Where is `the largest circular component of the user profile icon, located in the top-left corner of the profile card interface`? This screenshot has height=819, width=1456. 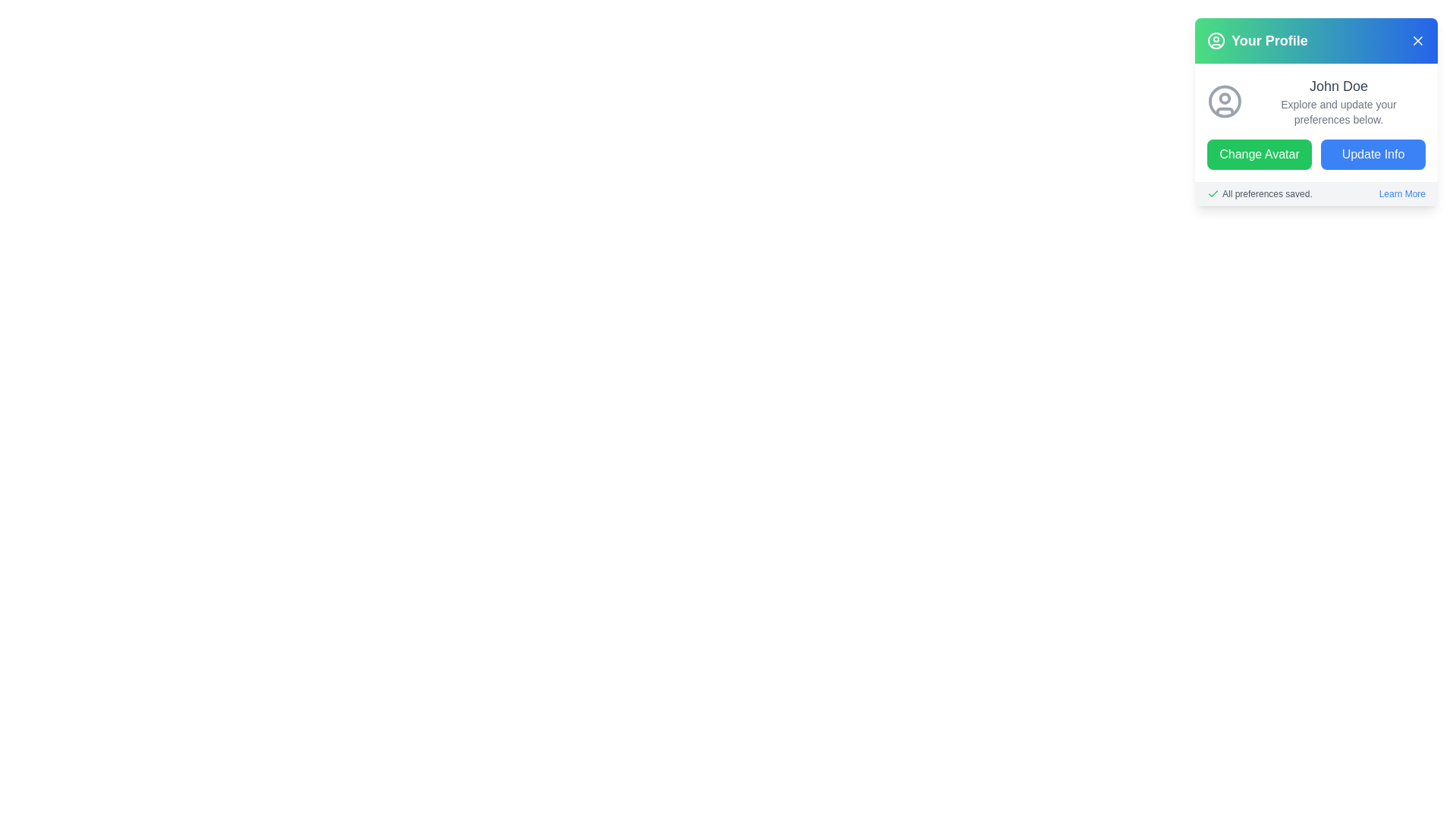 the largest circular component of the user profile icon, located in the top-left corner of the profile card interface is located at coordinates (1216, 40).